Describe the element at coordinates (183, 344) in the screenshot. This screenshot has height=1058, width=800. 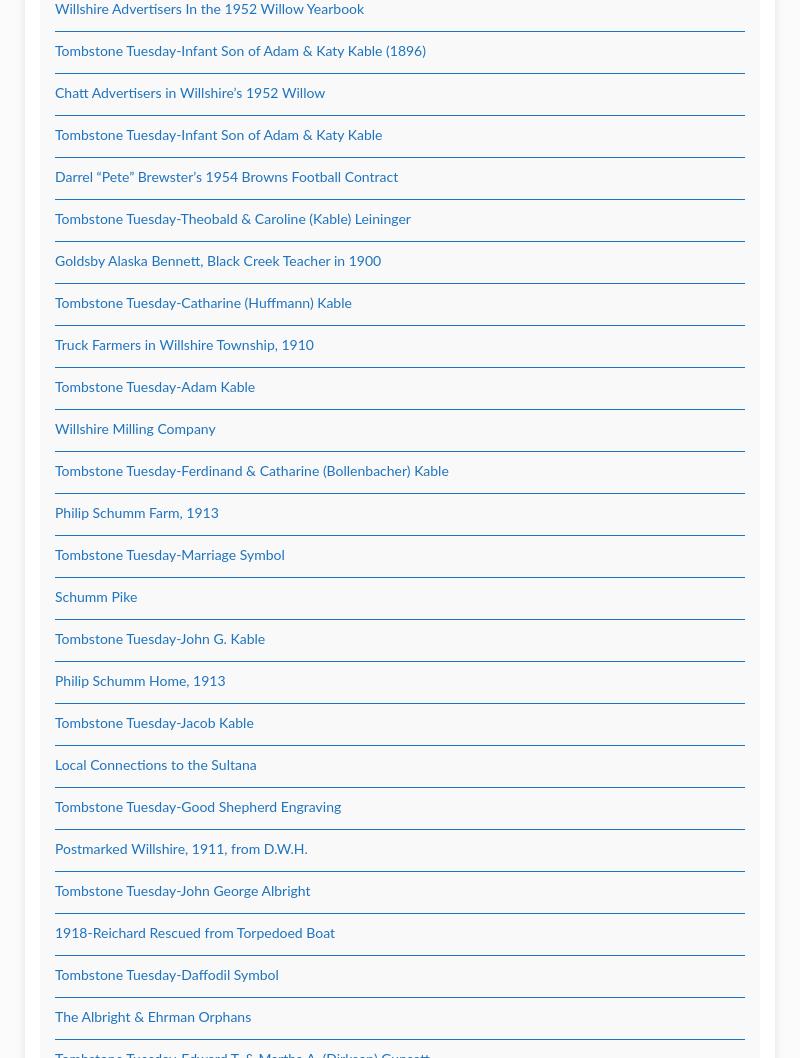
I see `'Truck Farmers in Willshire Township, 1910'` at that location.